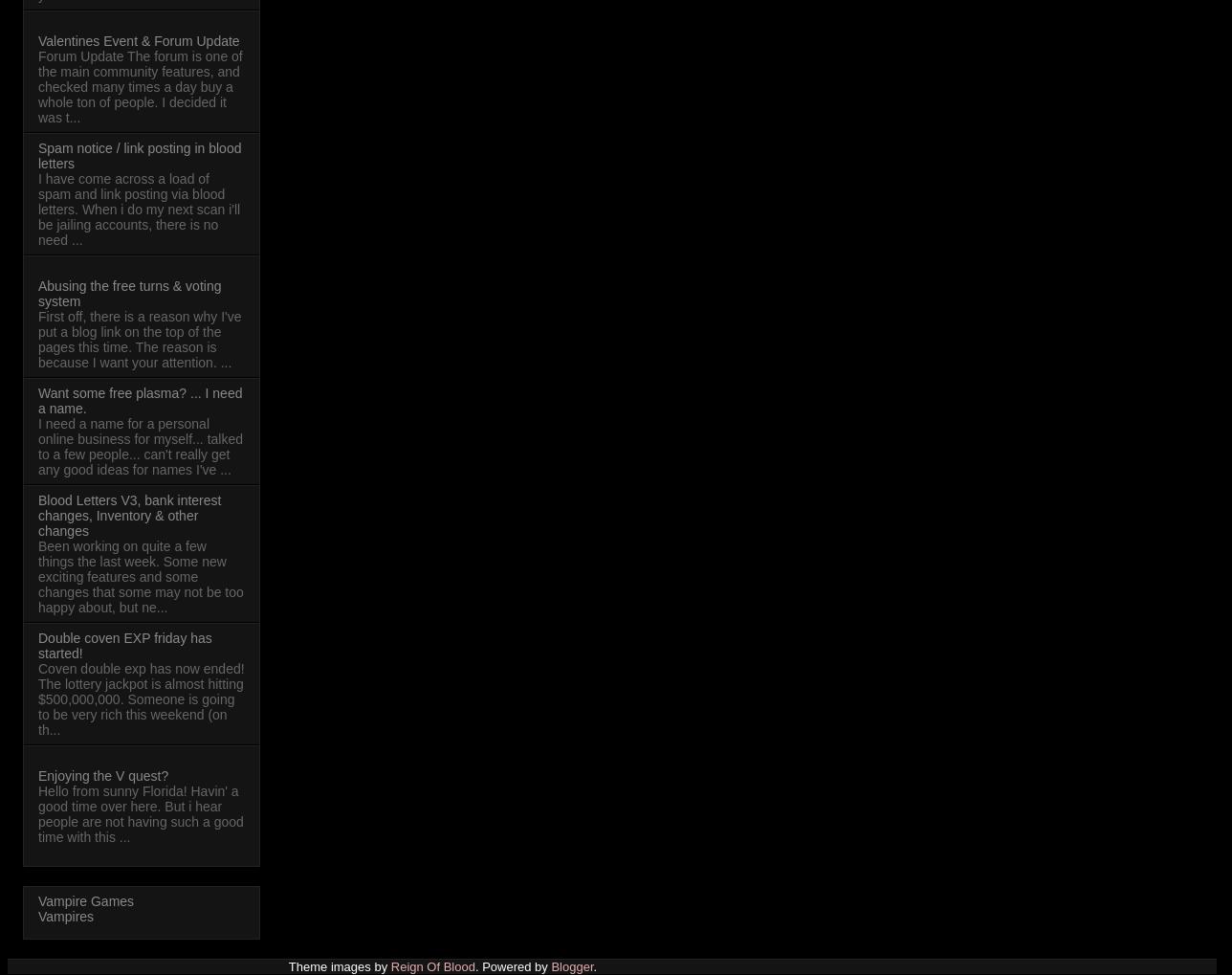  What do you see at coordinates (139, 38) in the screenshot?
I see `'Valentines Event & Forum Update'` at bounding box center [139, 38].